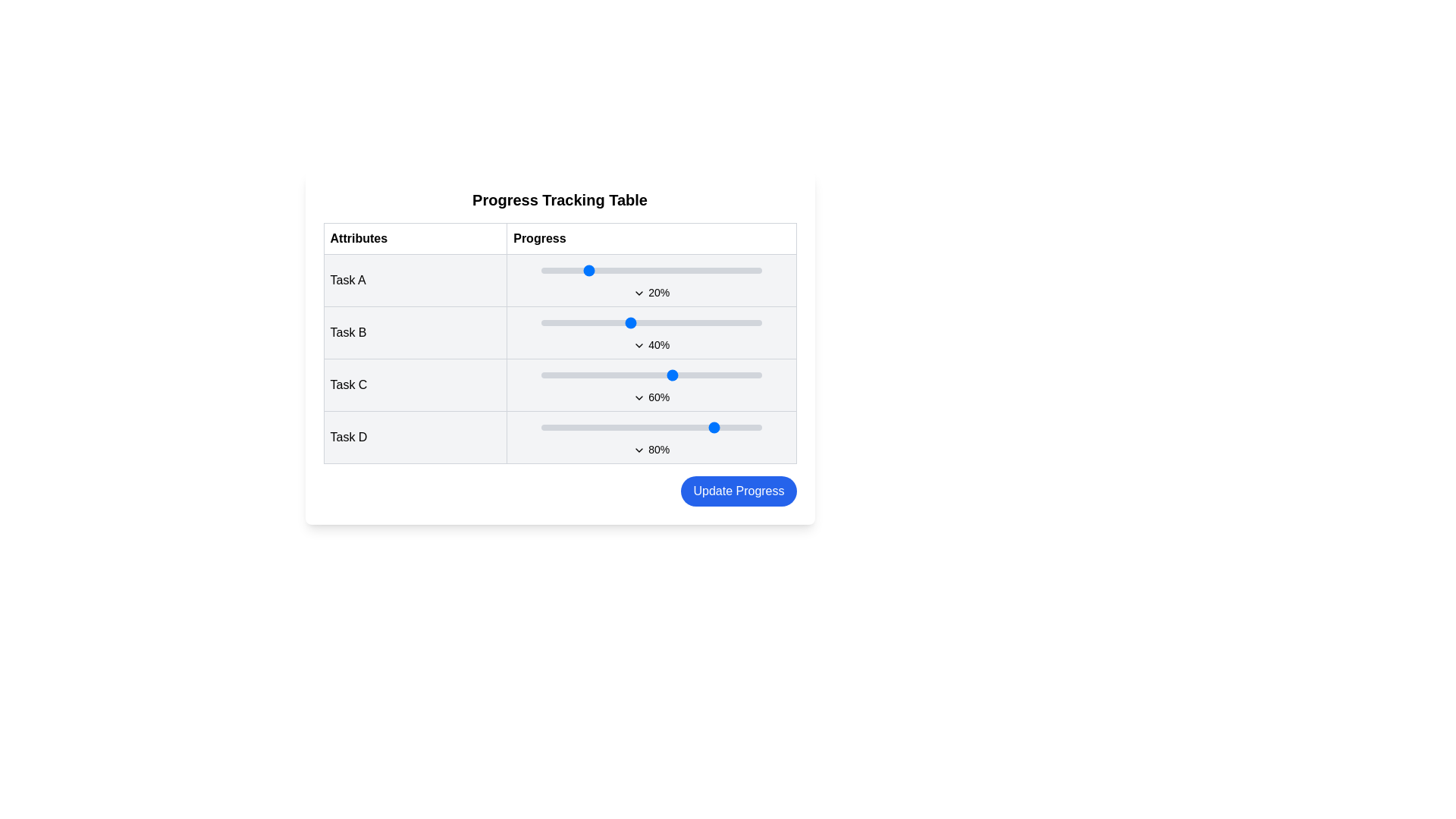  Describe the element at coordinates (620, 427) in the screenshot. I see `the Task D progress value` at that location.